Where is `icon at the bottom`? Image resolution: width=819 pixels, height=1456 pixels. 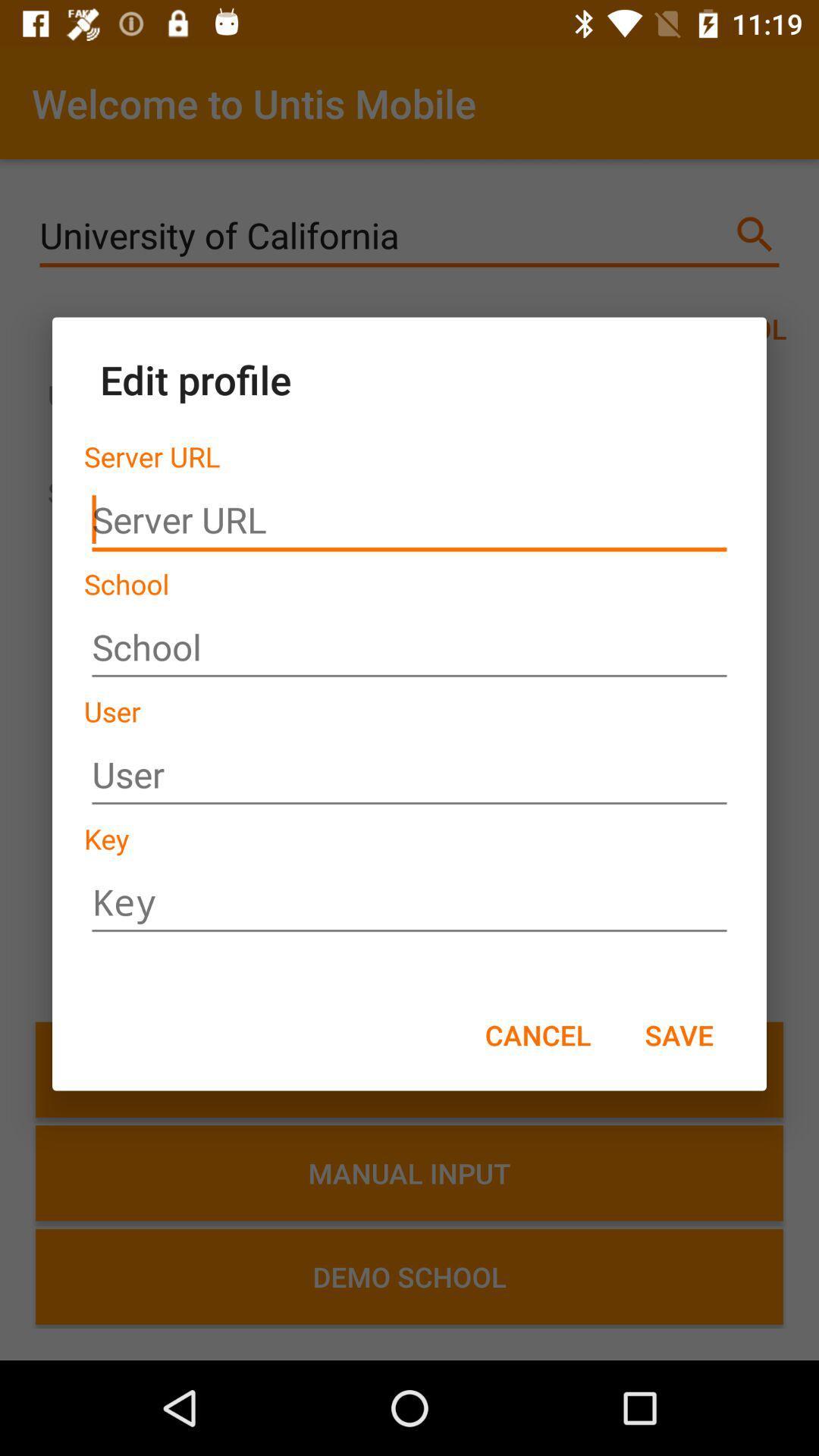
icon at the bottom is located at coordinates (537, 1034).